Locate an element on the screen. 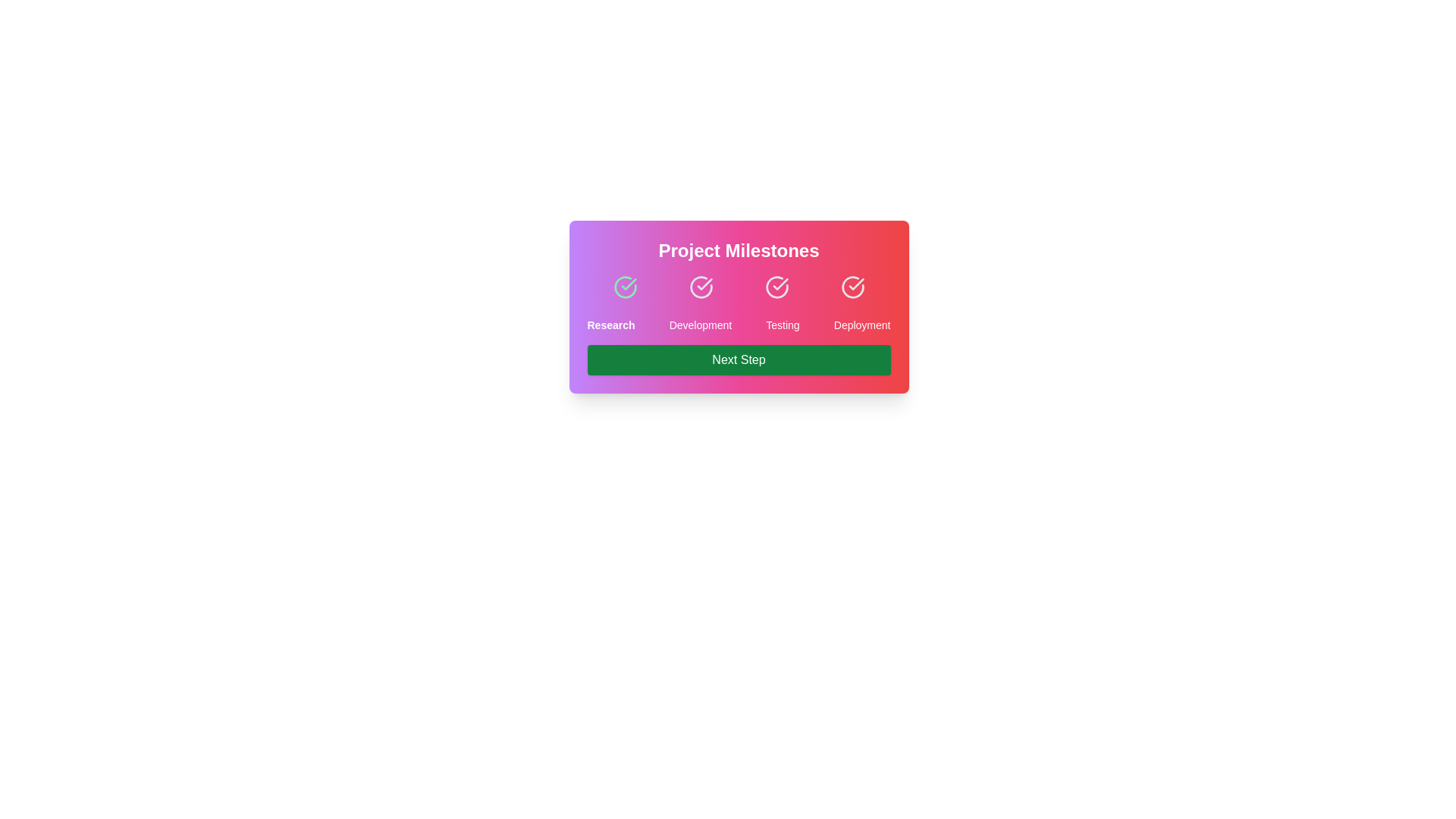  the 'Development' milestone icon, which is the second icon from the left in a row of four circular icons at the top center of the interface is located at coordinates (700, 287).